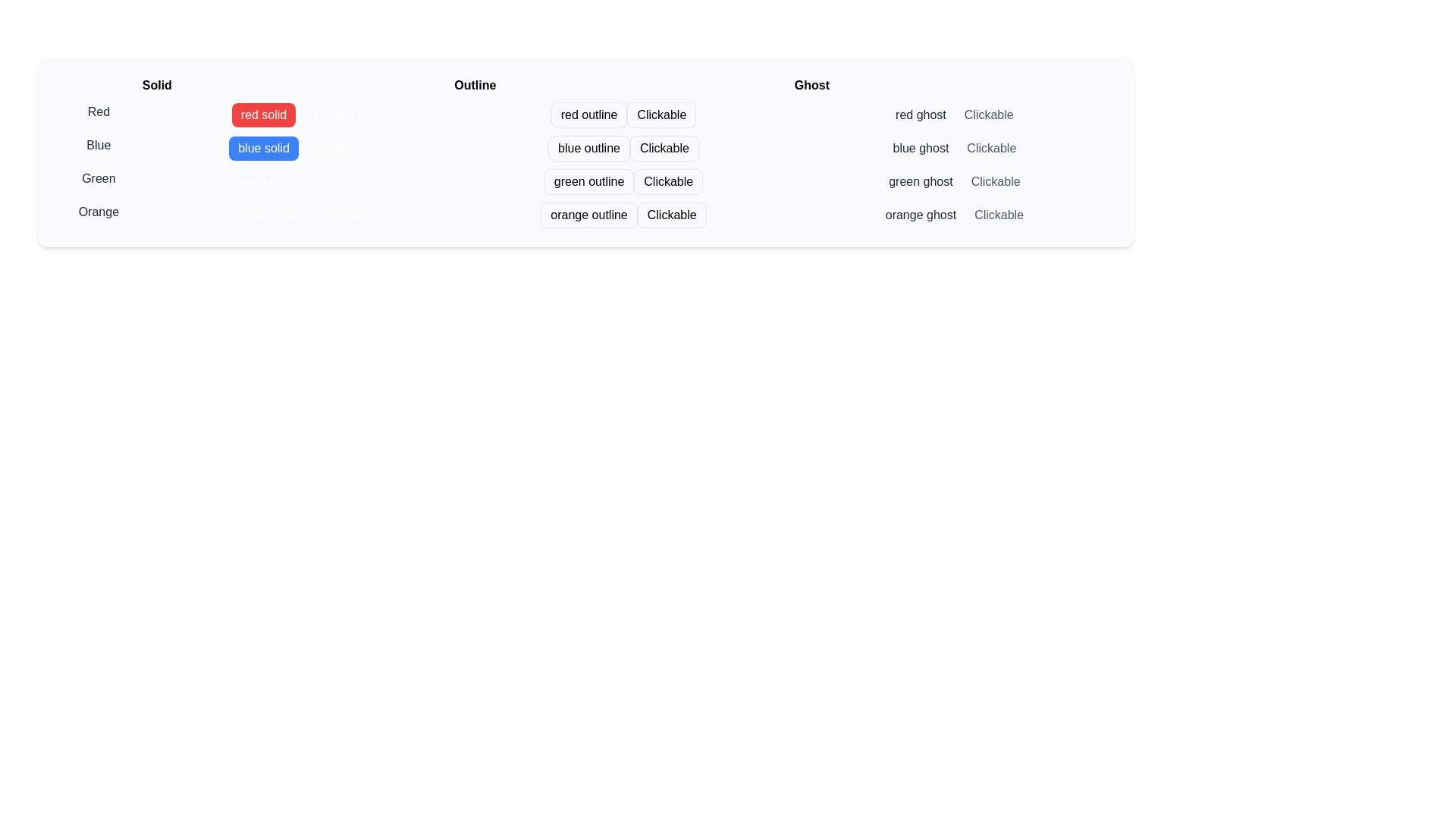 The image size is (1456, 819). I want to click on style of the labeled UI element with an orange outline located in the 'Outline' column, specifically in the 'Orange' row by clicking on its center point, so click(623, 212).